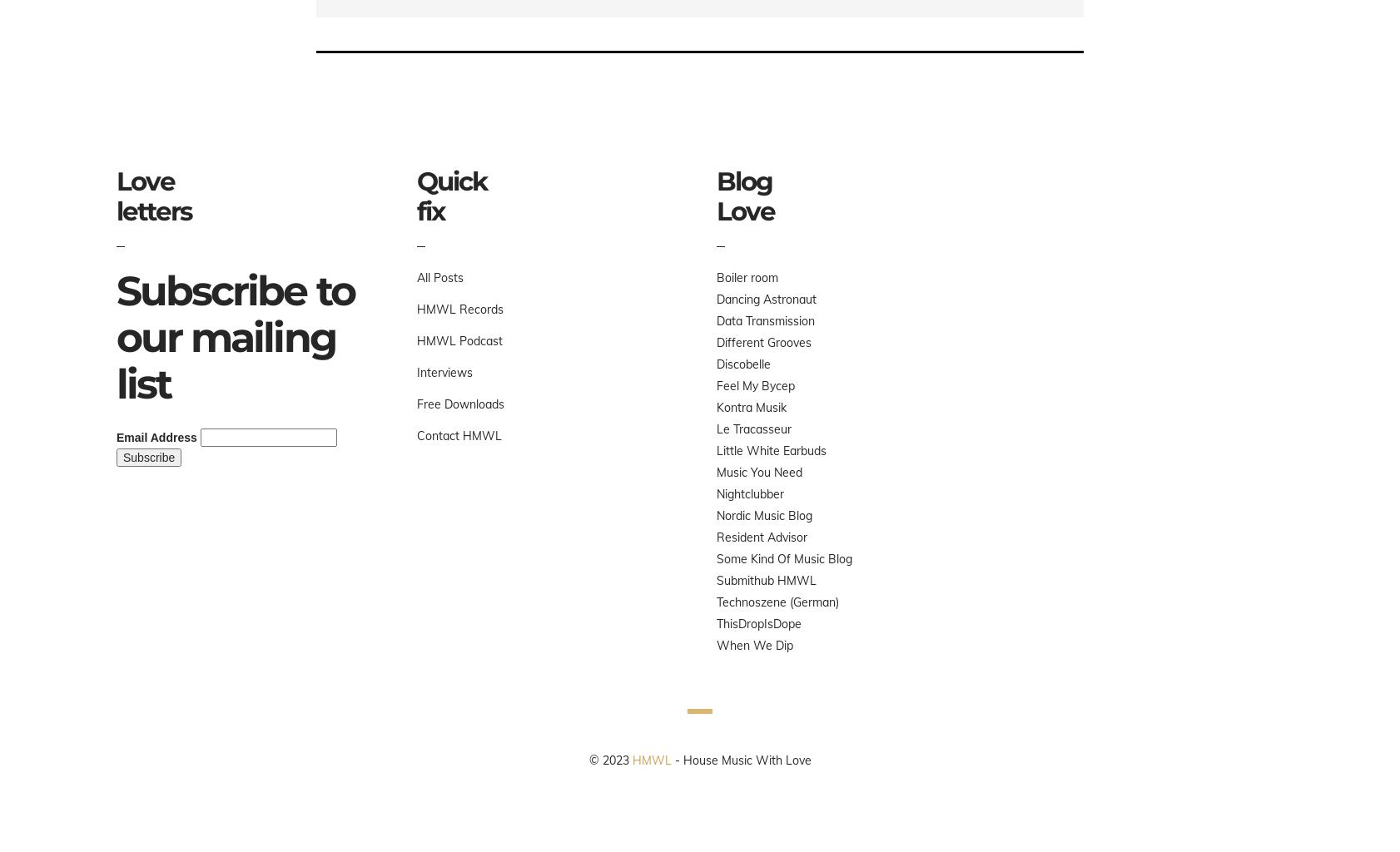  What do you see at coordinates (739, 760) in the screenshot?
I see `'- House Music With Love'` at bounding box center [739, 760].